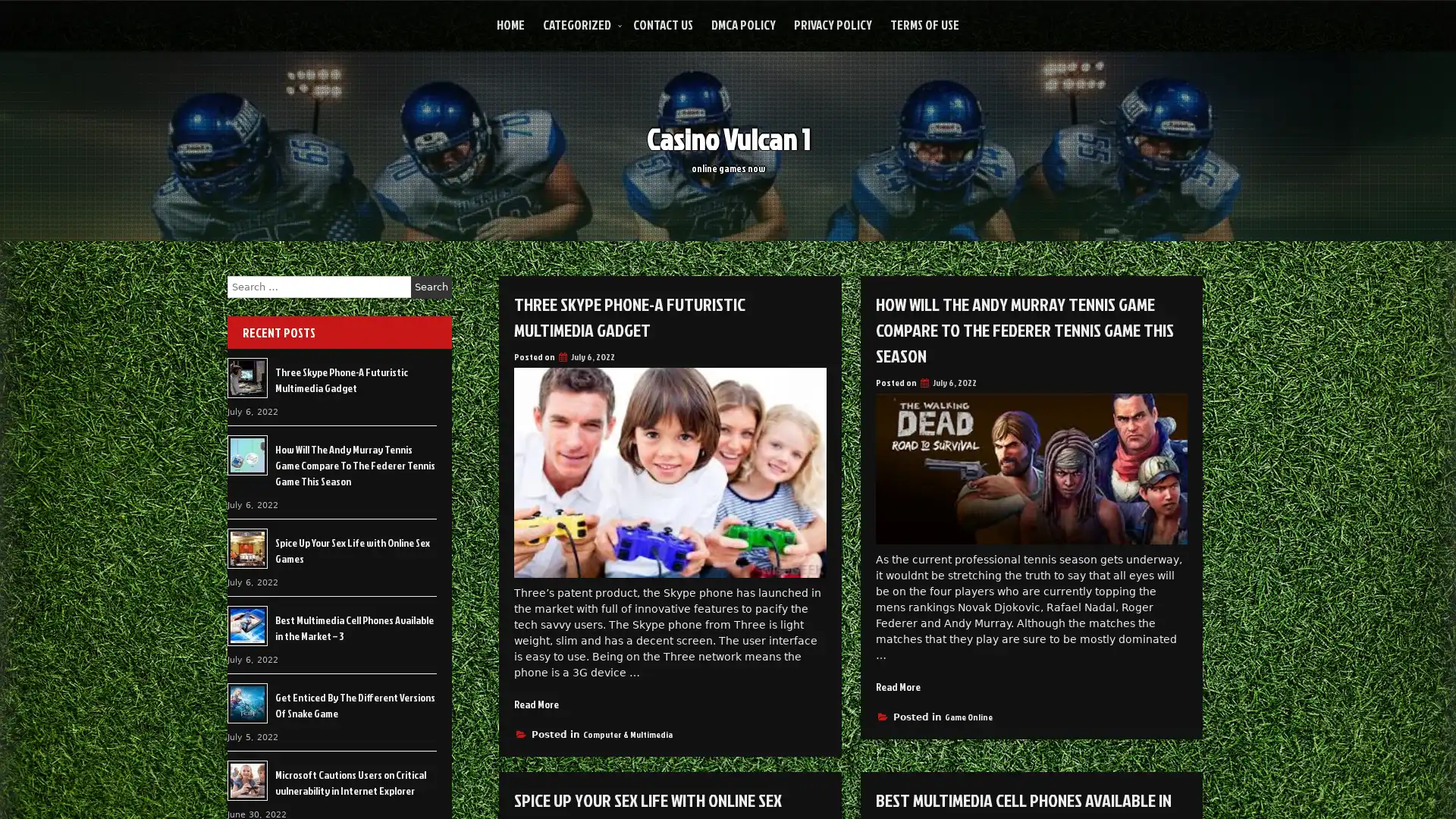 This screenshot has width=1456, height=819. What do you see at coordinates (431, 287) in the screenshot?
I see `Search` at bounding box center [431, 287].